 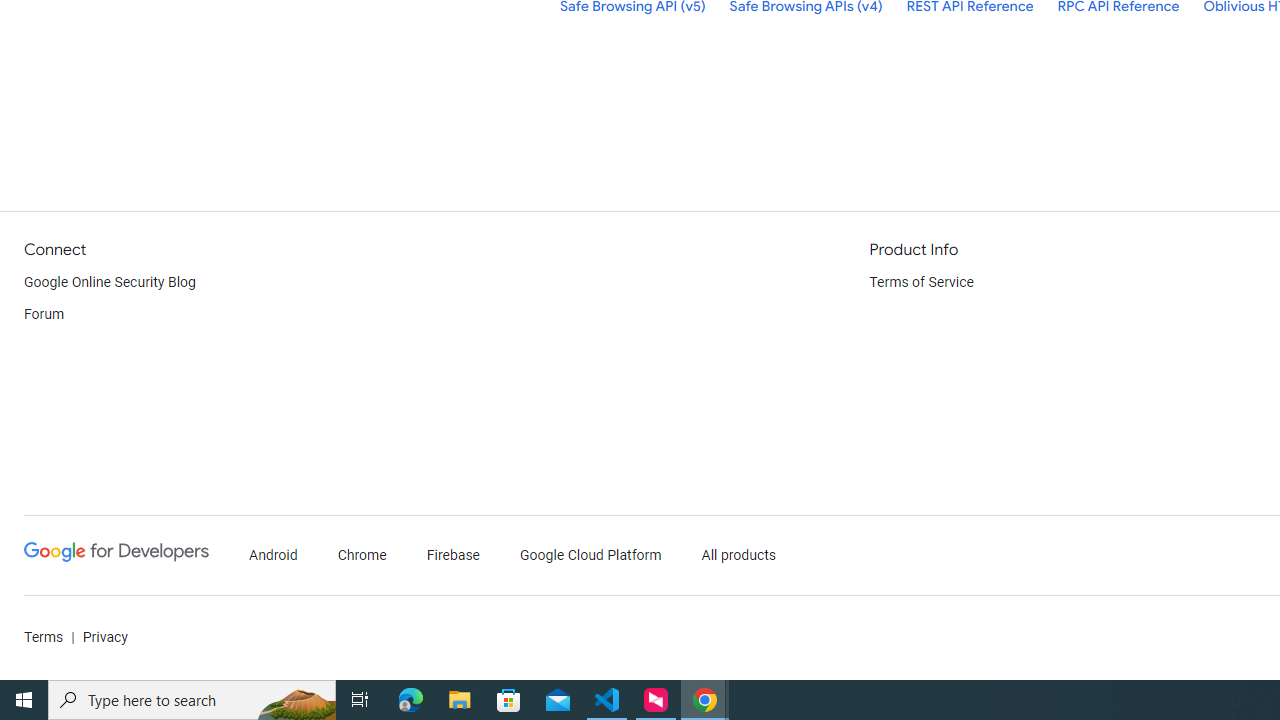 I want to click on 'Android', so click(x=272, y=555).